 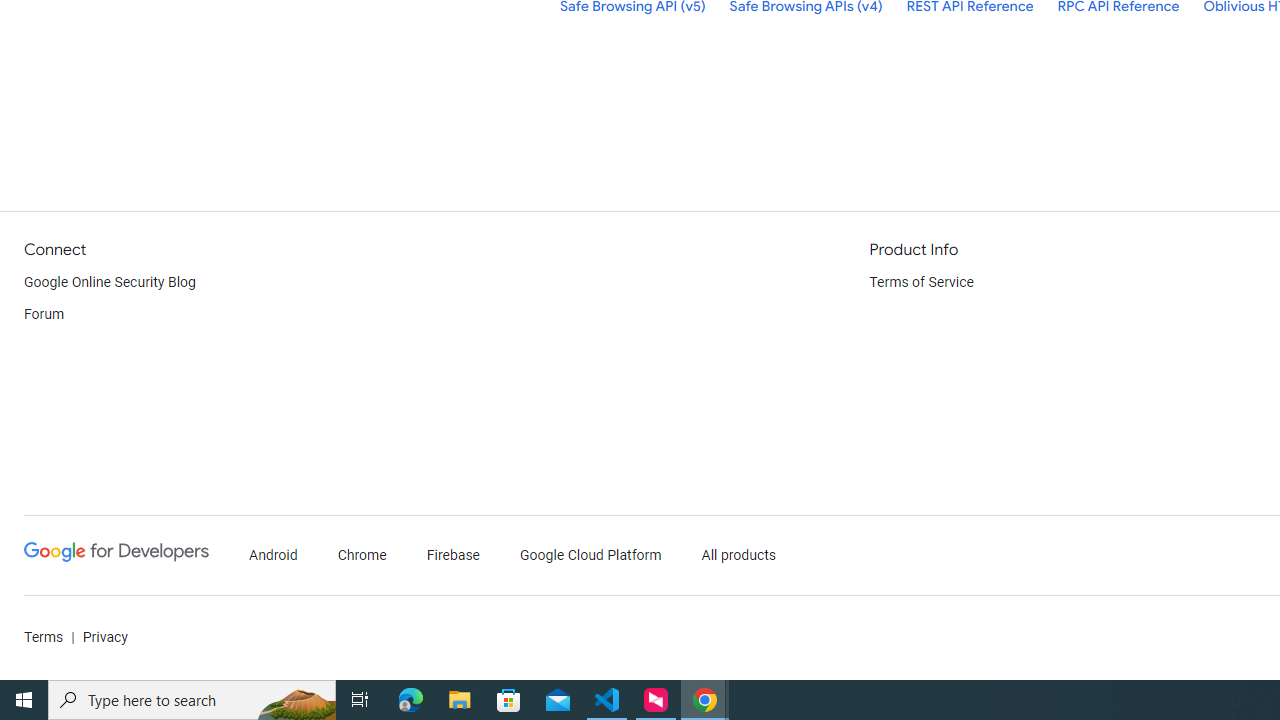 I want to click on 'Android', so click(x=272, y=555).